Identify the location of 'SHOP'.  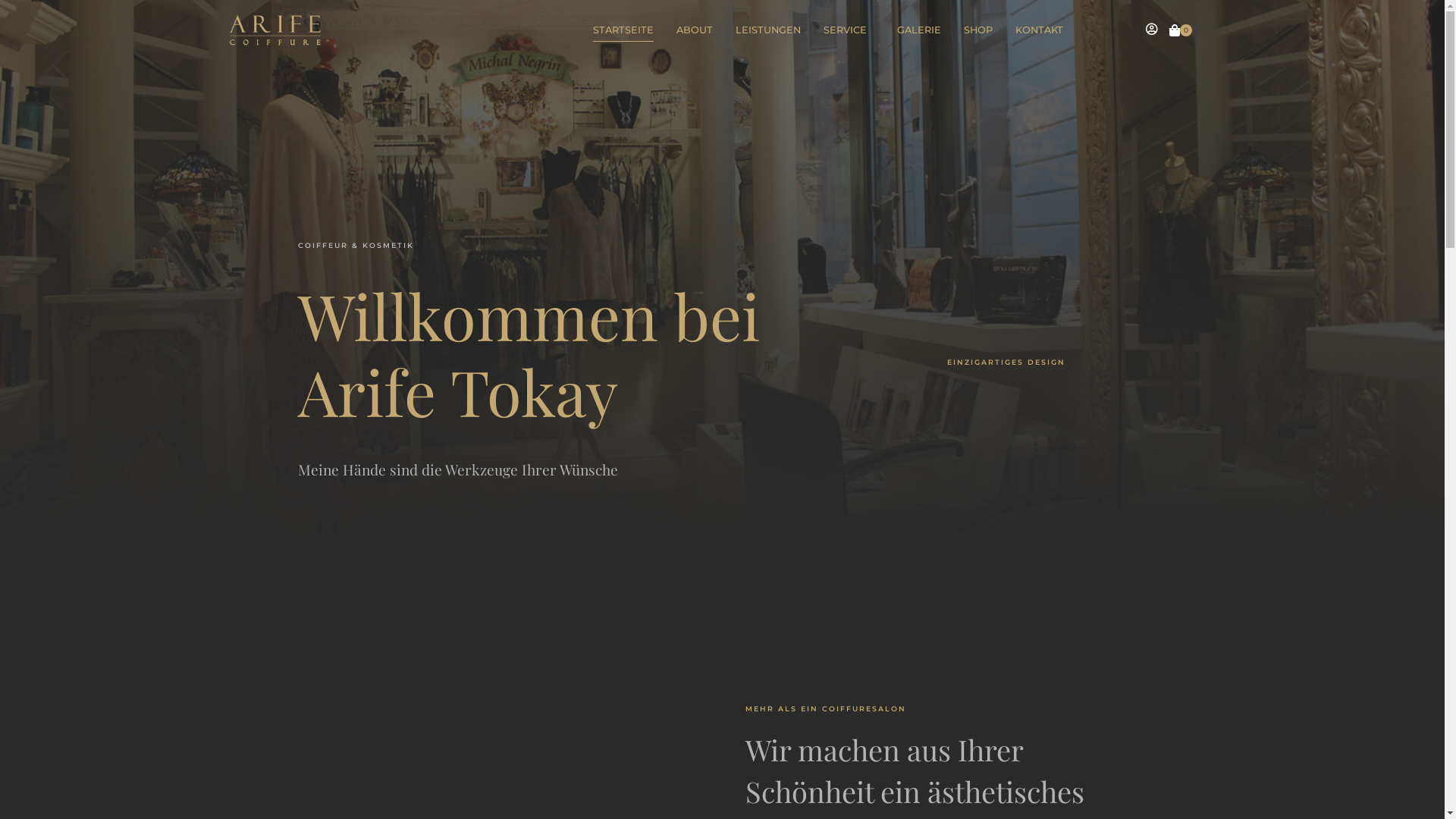
(963, 30).